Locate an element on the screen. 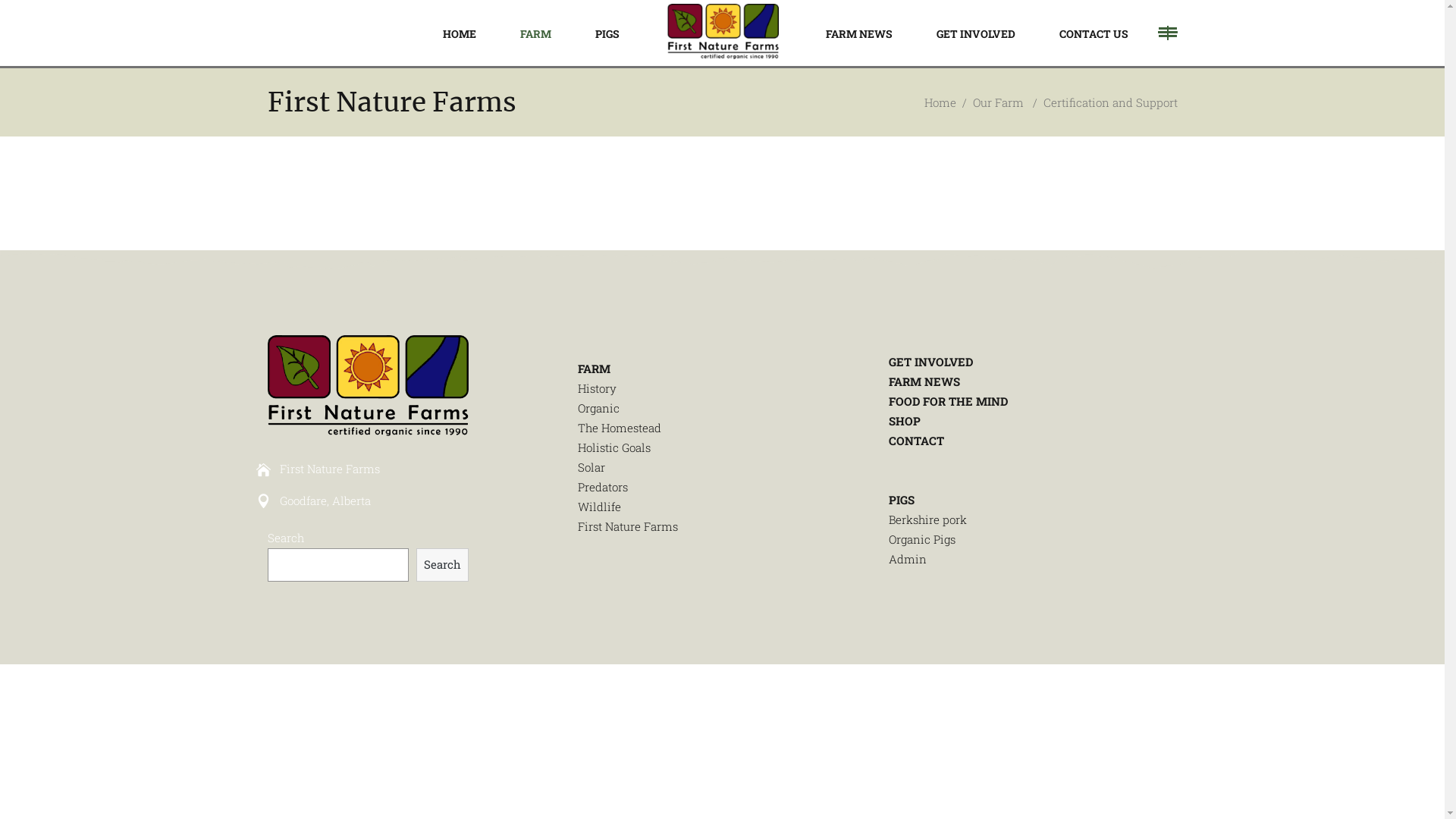 The image size is (1456, 819). 'GET INVOLVED' is located at coordinates (888, 362).